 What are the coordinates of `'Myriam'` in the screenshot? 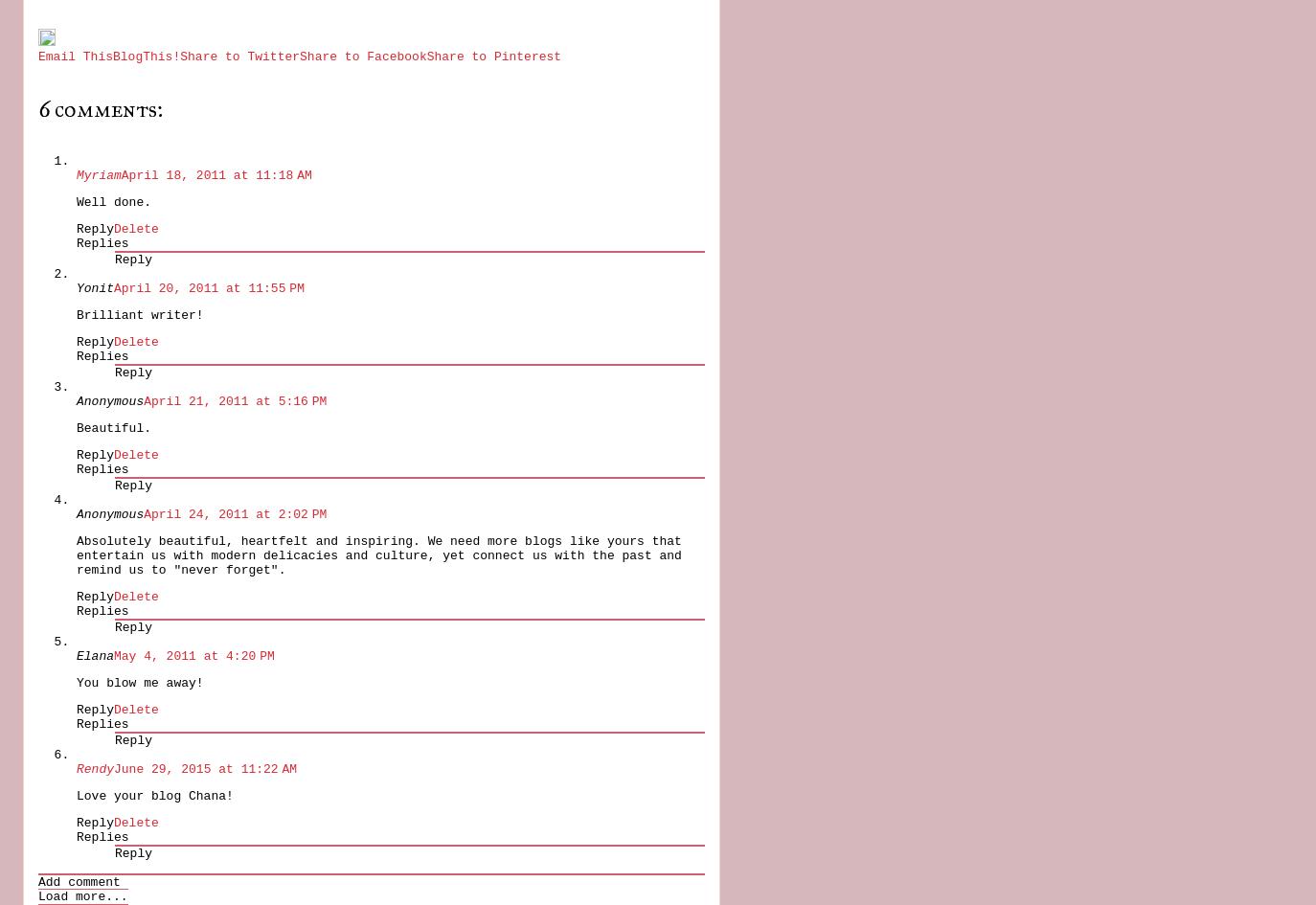 It's located at (98, 174).